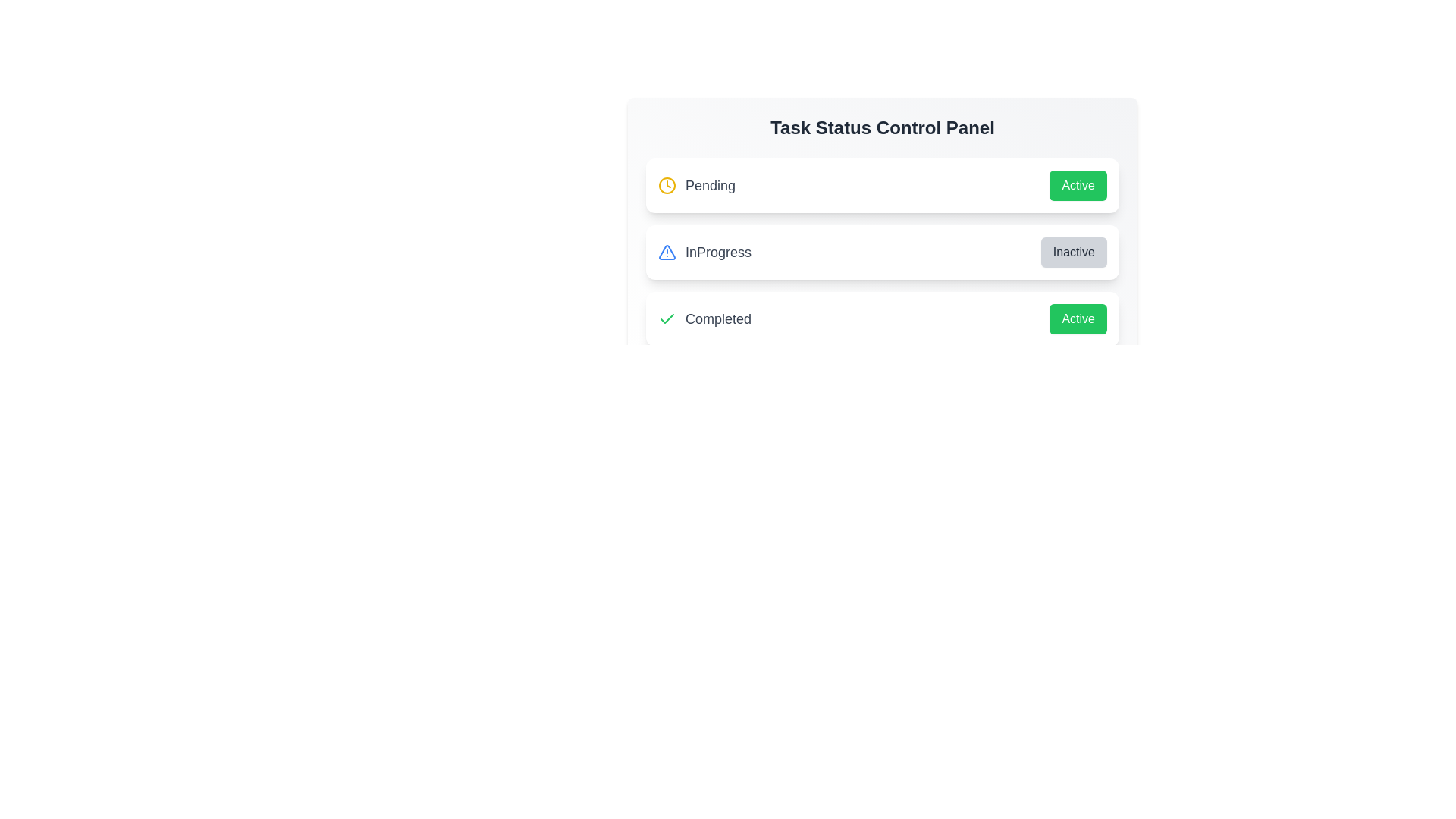  Describe the element at coordinates (667, 185) in the screenshot. I see `the icon for the task status Pending` at that location.